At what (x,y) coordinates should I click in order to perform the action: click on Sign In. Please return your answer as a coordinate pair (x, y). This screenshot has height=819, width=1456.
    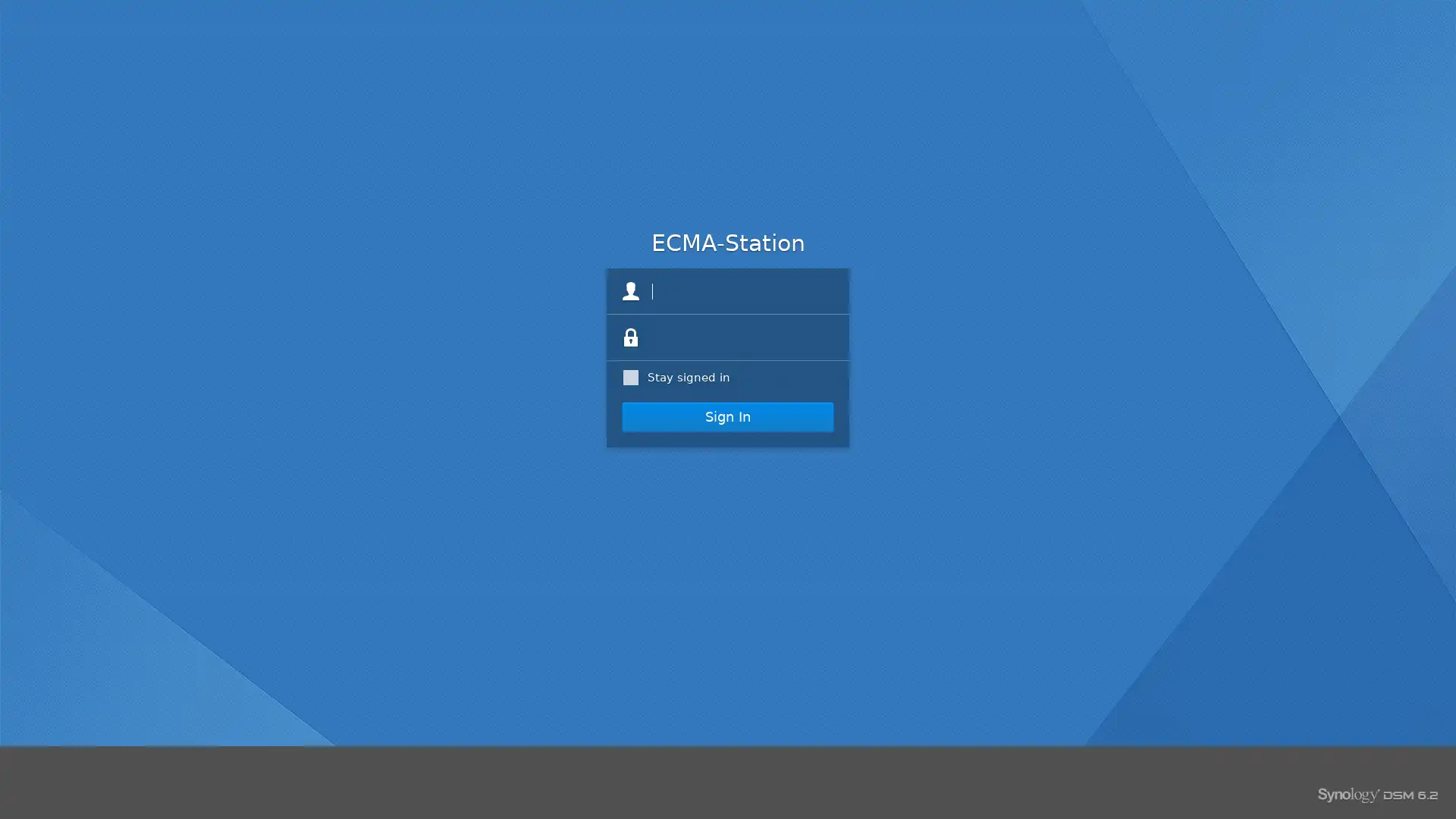
    Looking at the image, I should click on (728, 417).